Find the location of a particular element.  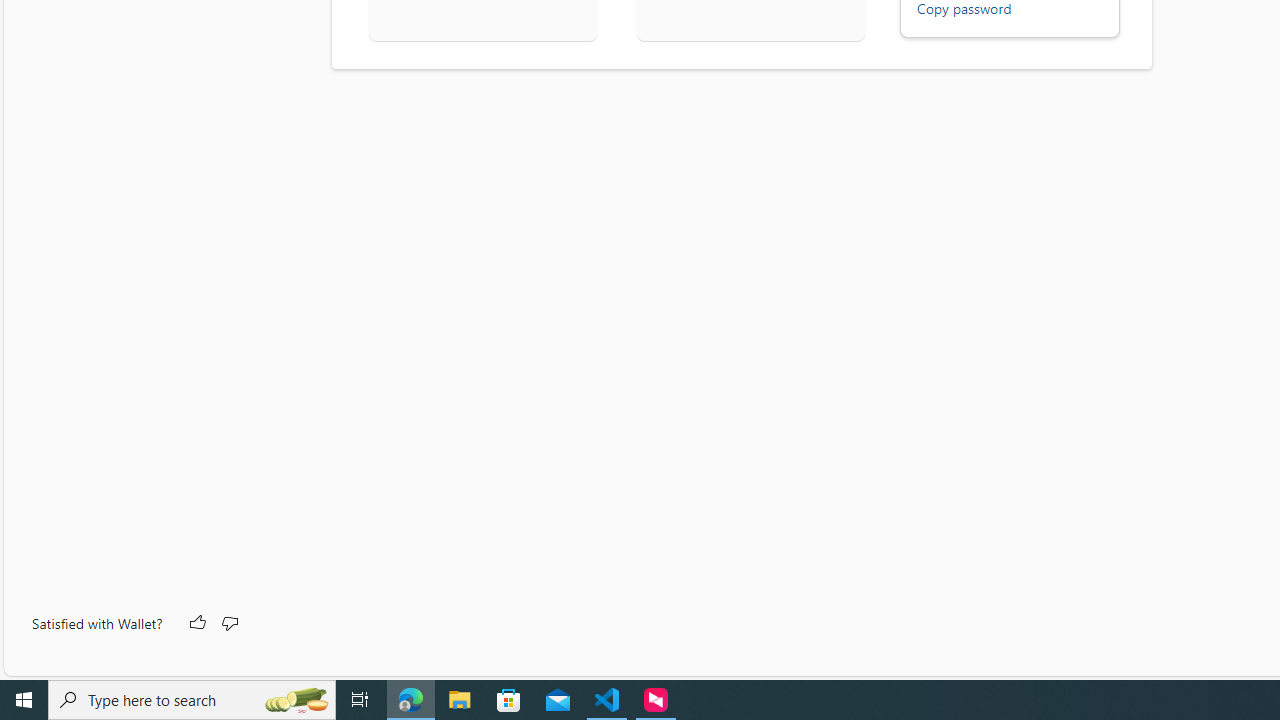

'Like' is located at coordinates (197, 622).